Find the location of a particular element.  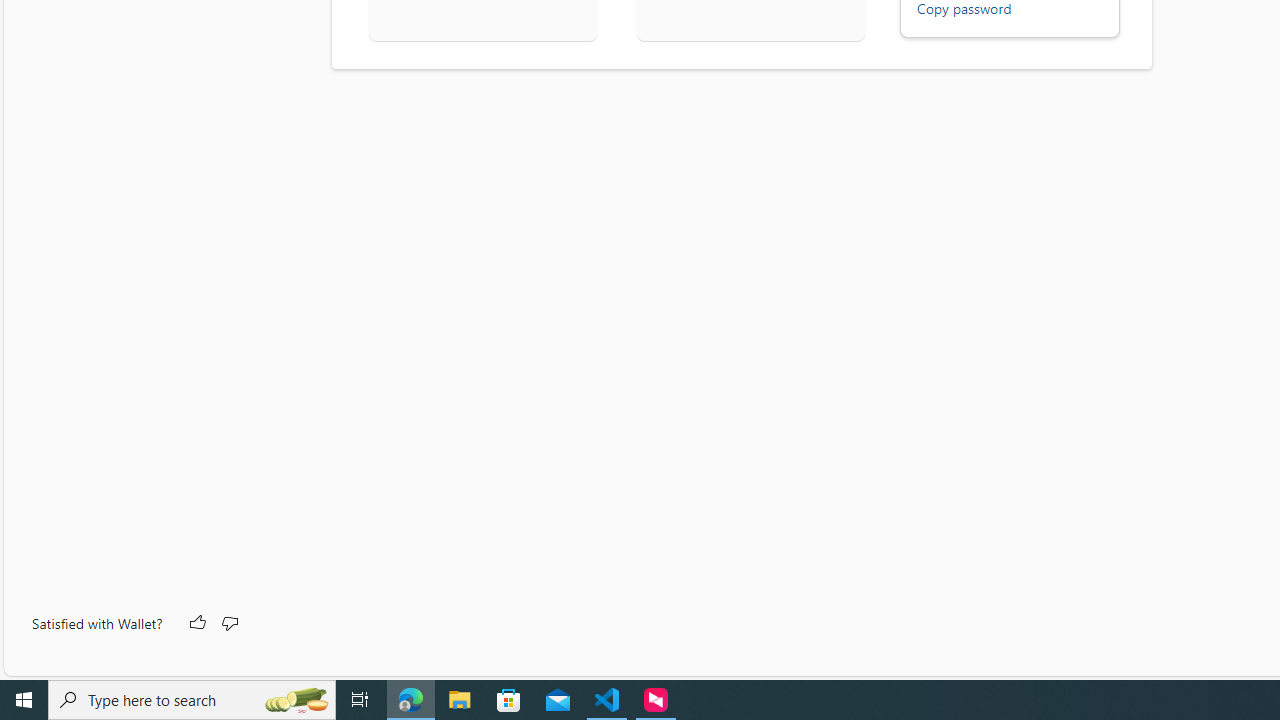

'Like' is located at coordinates (197, 622).